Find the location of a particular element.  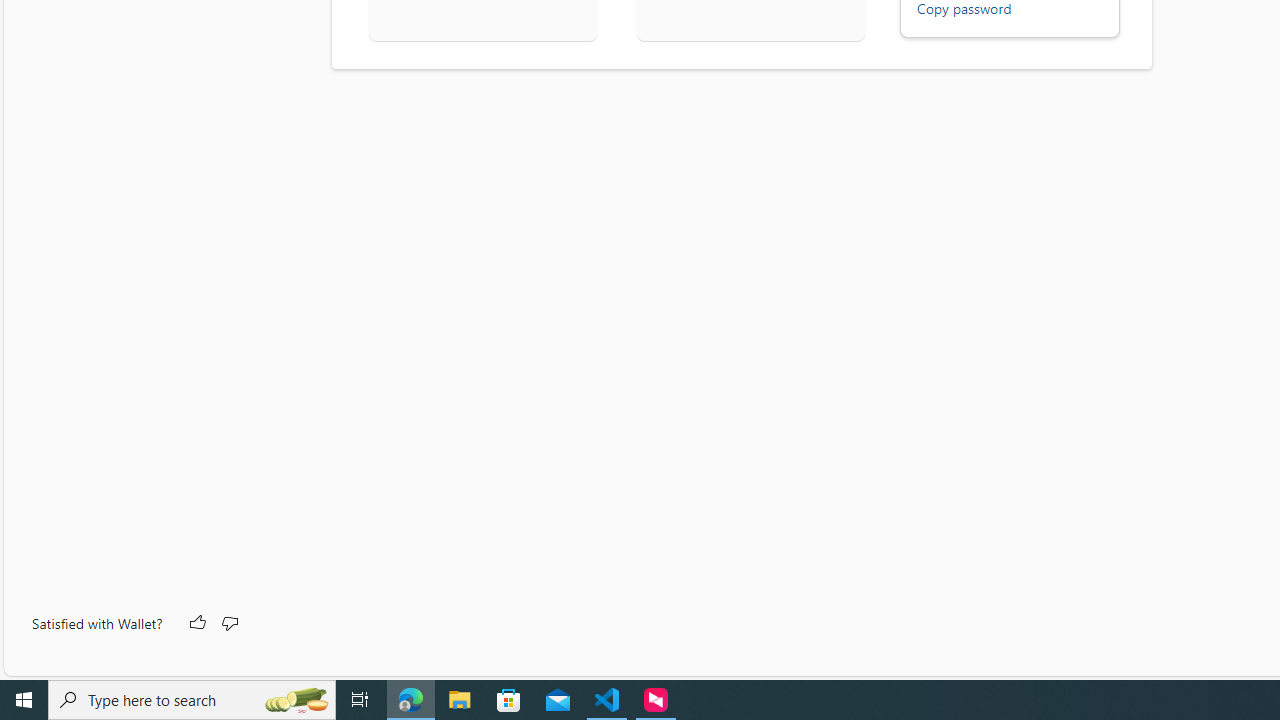

'Like' is located at coordinates (197, 622).